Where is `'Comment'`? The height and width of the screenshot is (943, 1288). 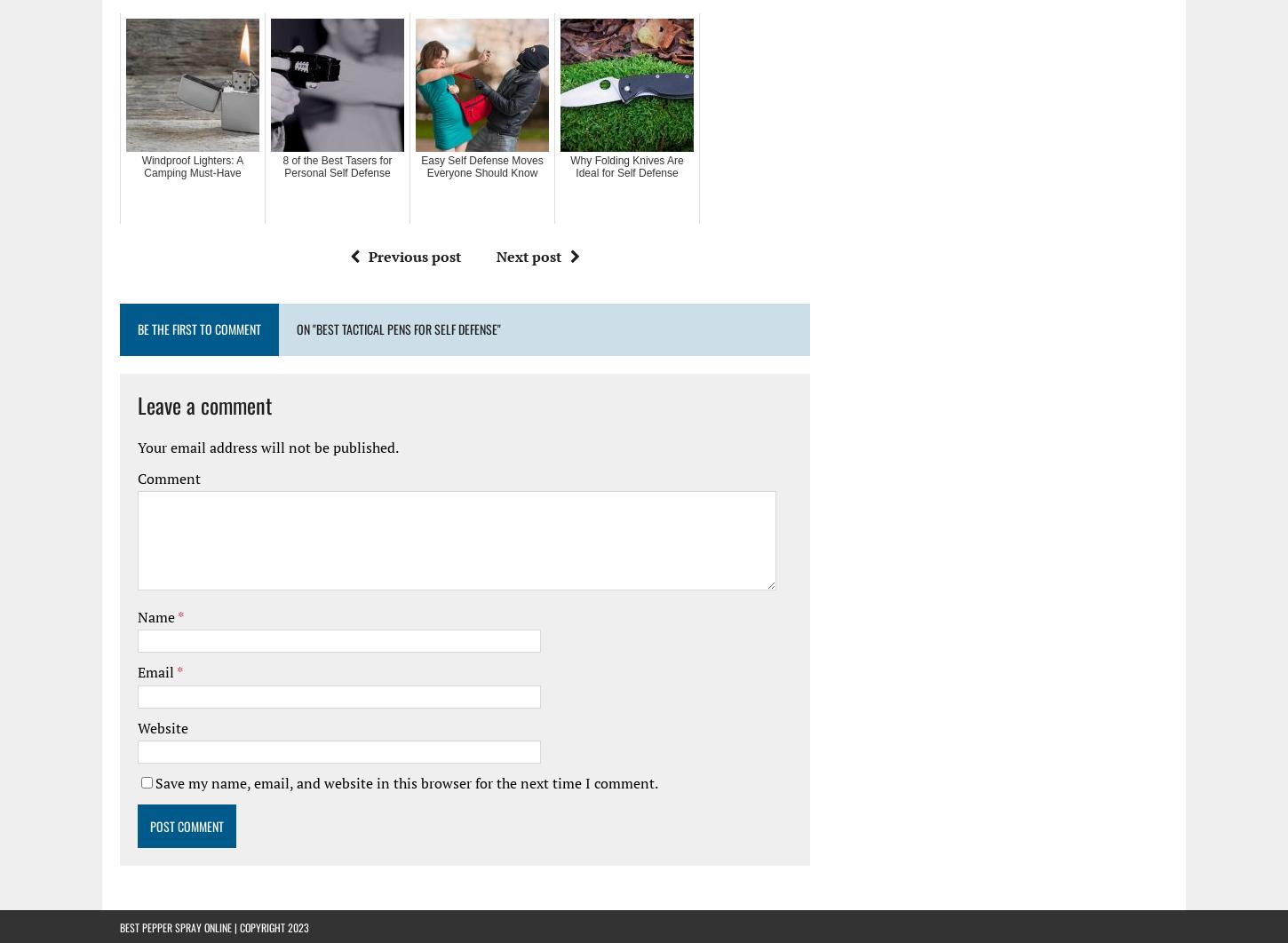 'Comment' is located at coordinates (168, 478).